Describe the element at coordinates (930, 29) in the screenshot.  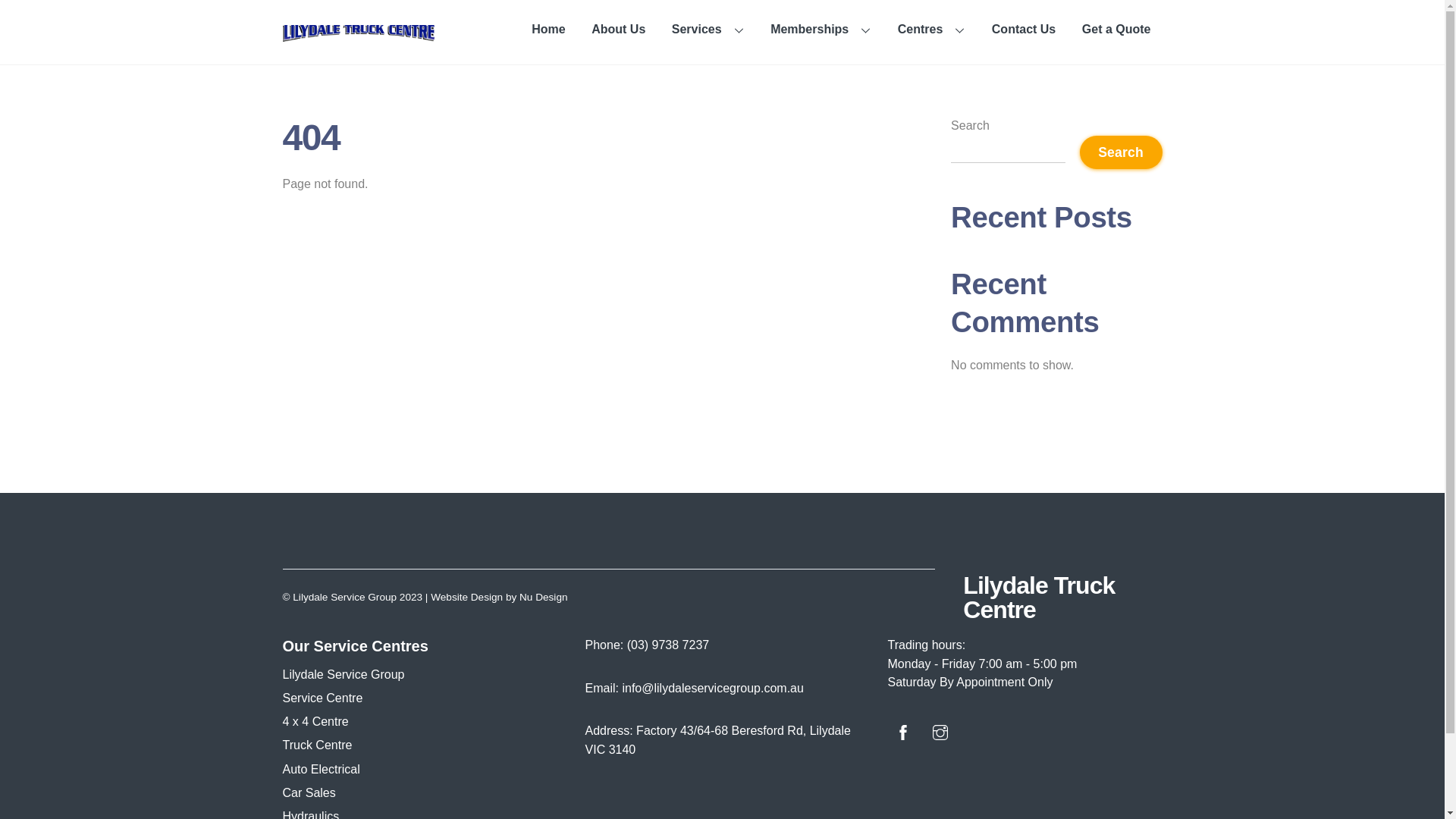
I see `'Centres'` at that location.